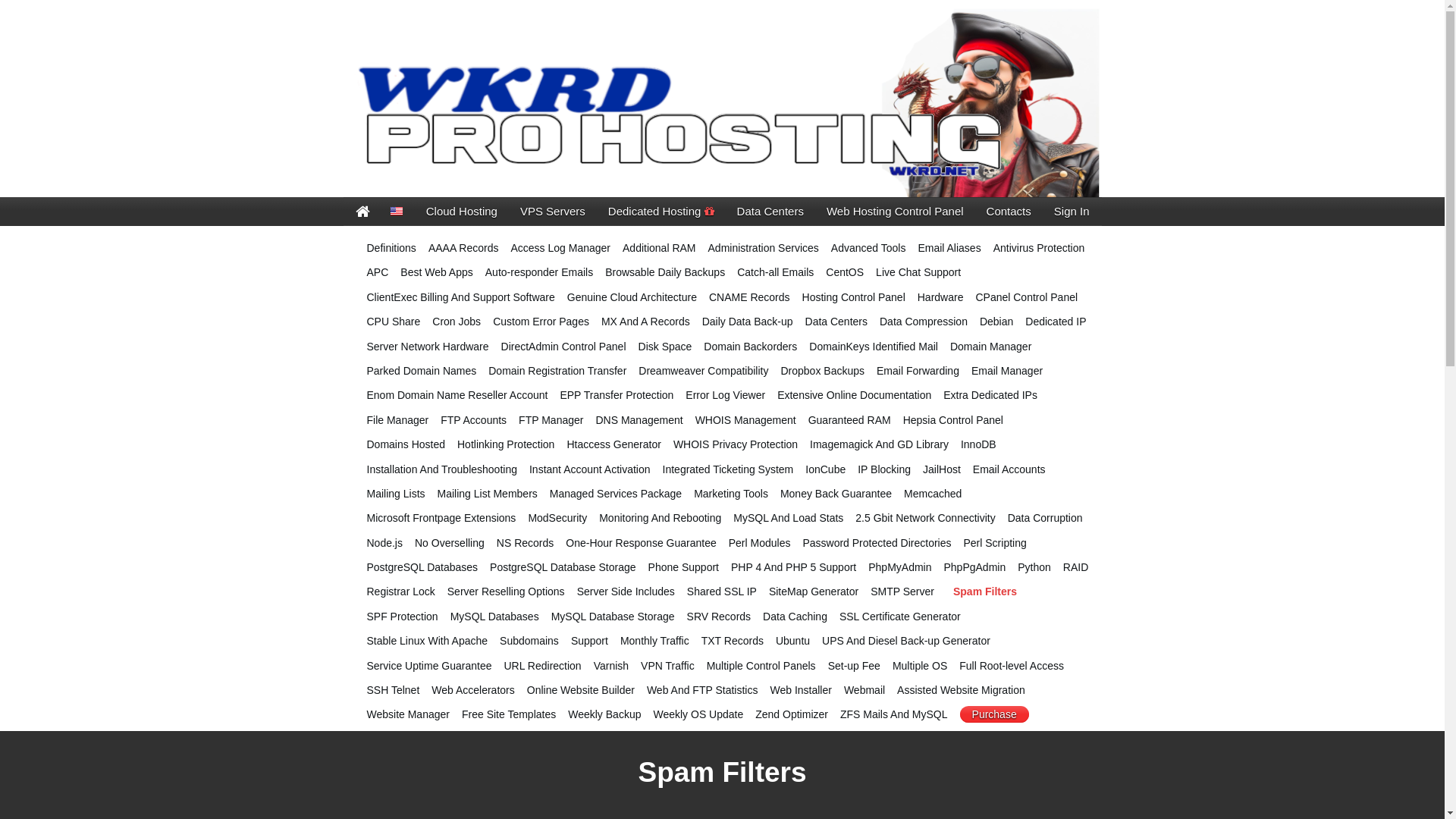 The image size is (1456, 819). Describe the element at coordinates (894, 714) in the screenshot. I see `'ZFS Mails And MySQL'` at that location.